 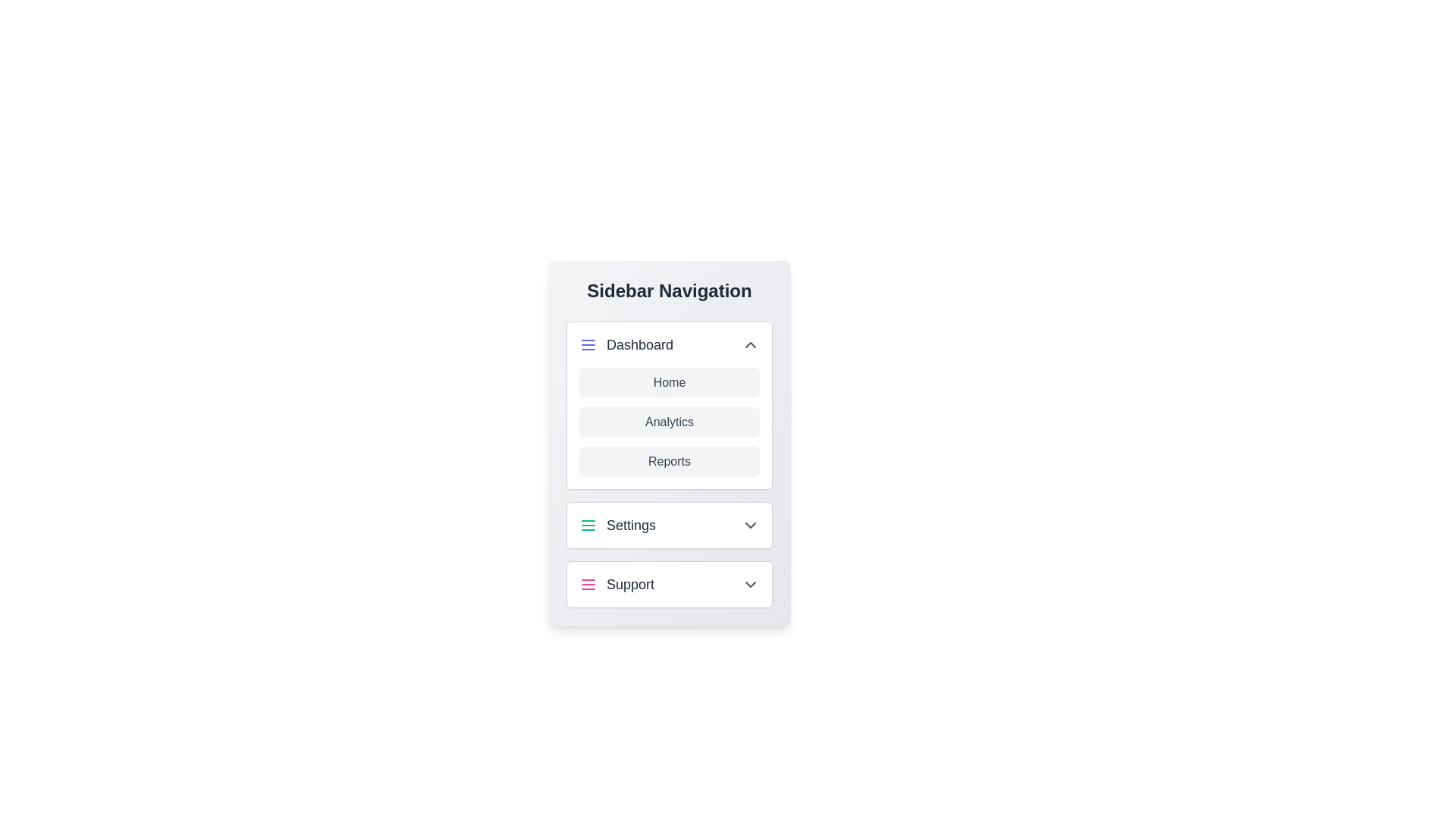 What do you see at coordinates (617, 584) in the screenshot?
I see `the 'Support' button located in the sidebar navigation section` at bounding box center [617, 584].